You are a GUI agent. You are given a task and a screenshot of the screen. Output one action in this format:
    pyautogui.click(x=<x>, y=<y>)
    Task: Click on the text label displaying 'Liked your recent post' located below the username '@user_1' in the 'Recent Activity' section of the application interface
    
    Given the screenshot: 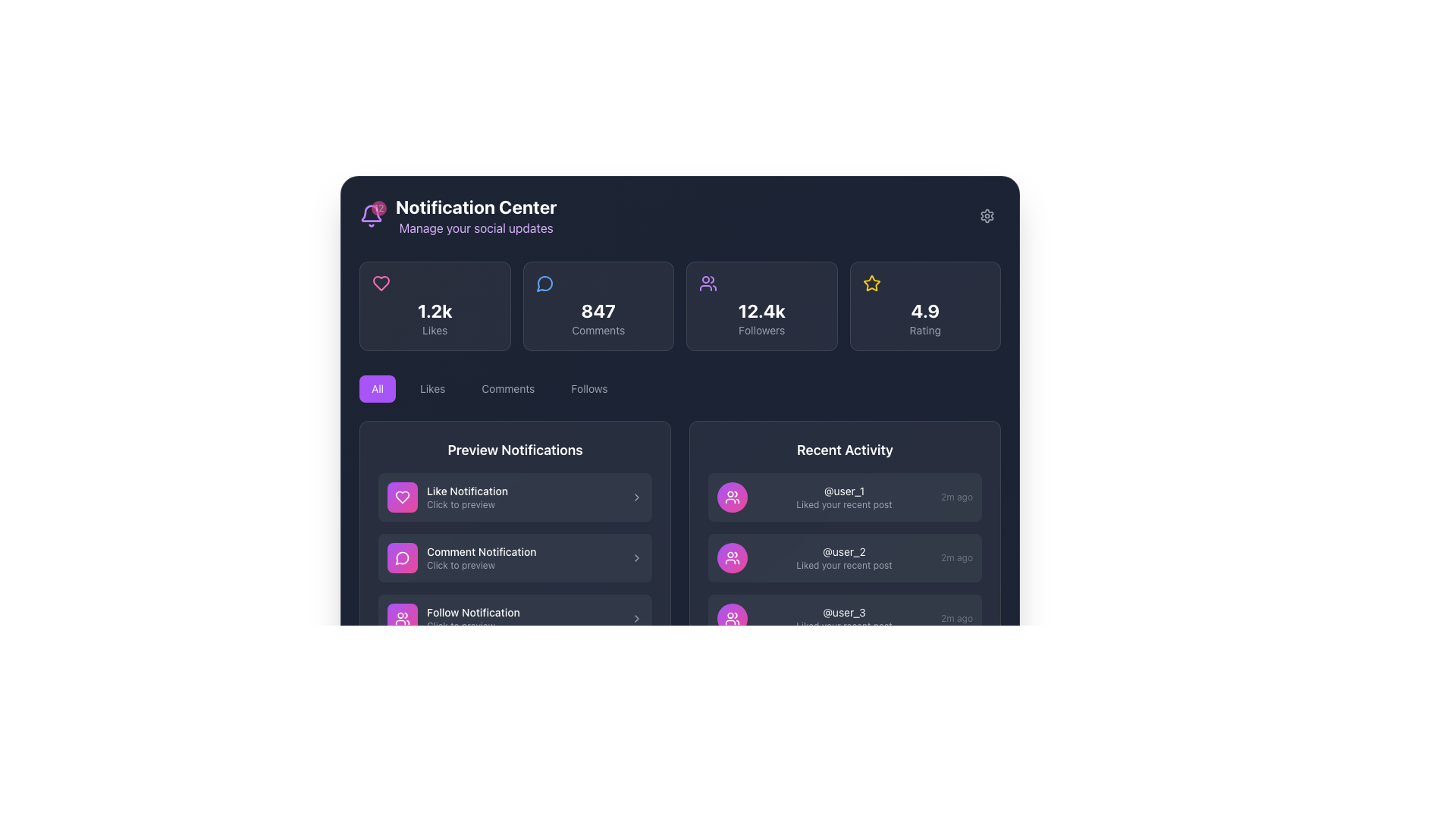 What is the action you would take?
    pyautogui.click(x=843, y=505)
    